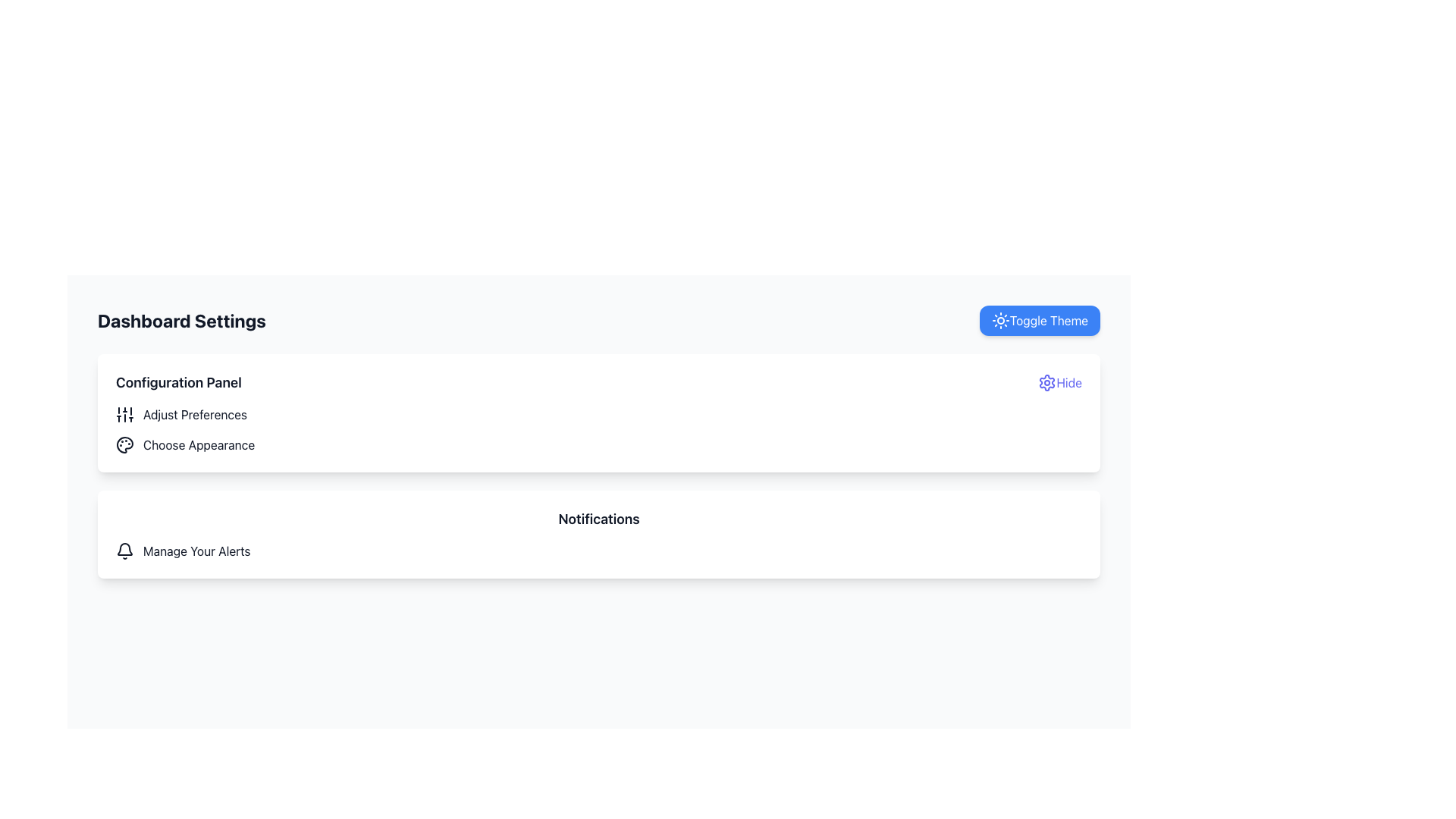 This screenshot has height=819, width=1456. I want to click on the appearance settings label located in the 'Configuration Panel', which is the second item below 'Adjust Preferences' and positioned to the right of a palette icon, so click(198, 444).